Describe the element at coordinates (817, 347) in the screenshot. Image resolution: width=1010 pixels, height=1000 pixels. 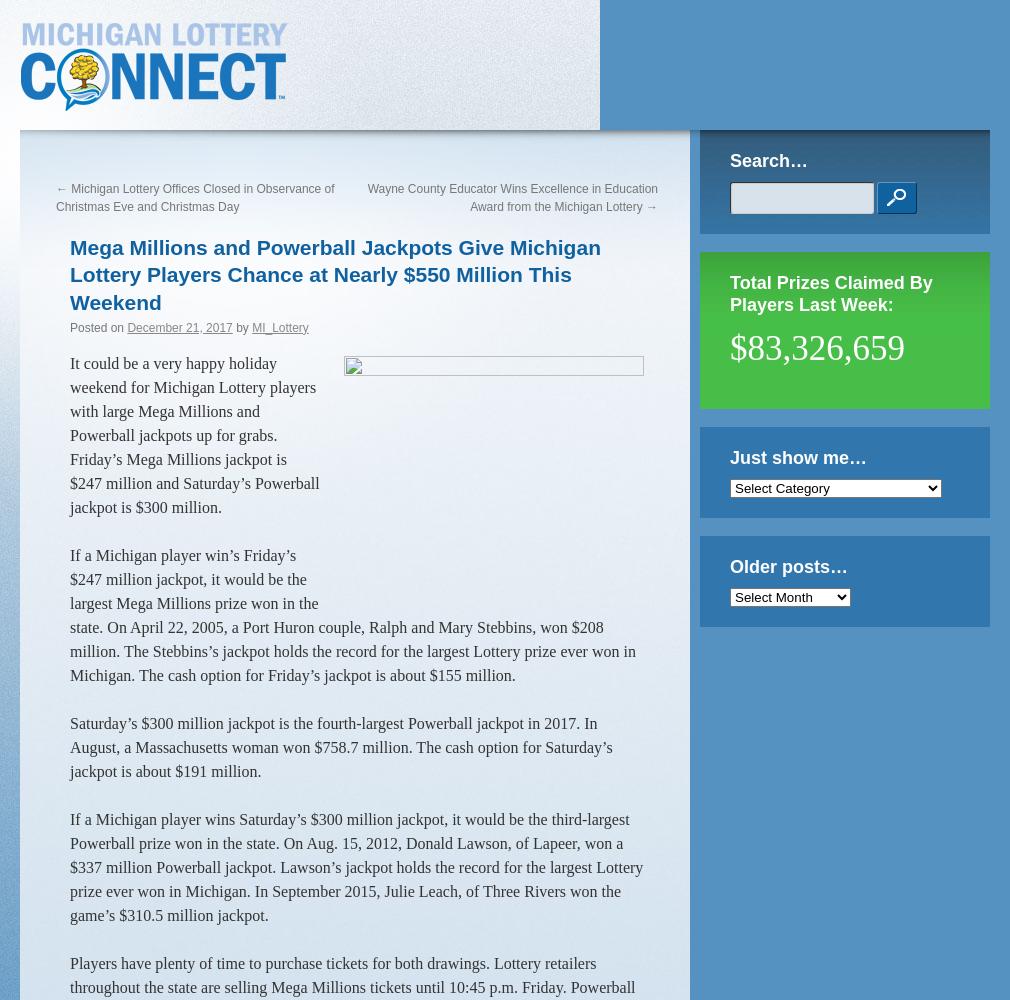
I see `'$83,326,659'` at that location.